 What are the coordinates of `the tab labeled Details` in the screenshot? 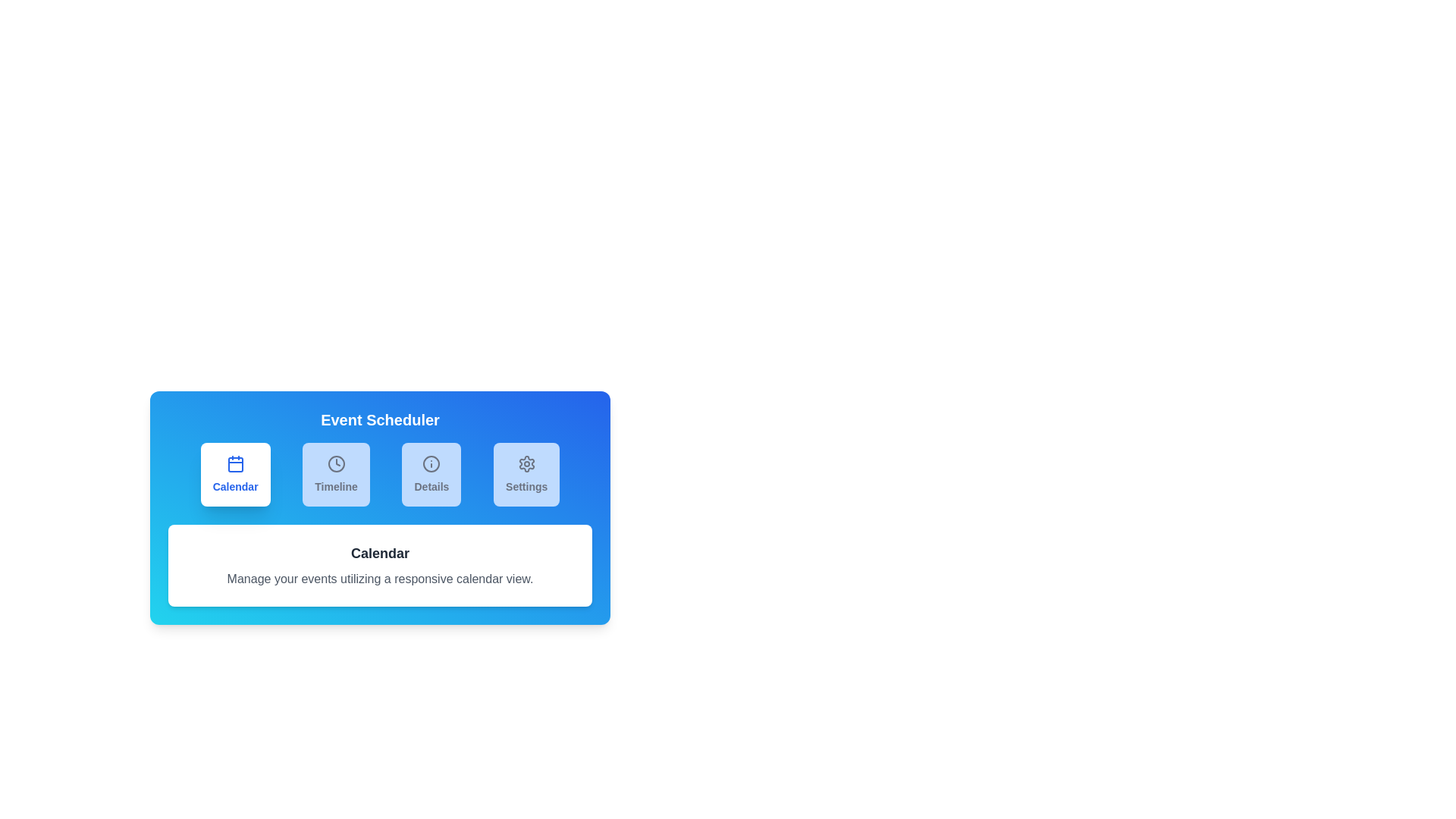 It's located at (431, 473).